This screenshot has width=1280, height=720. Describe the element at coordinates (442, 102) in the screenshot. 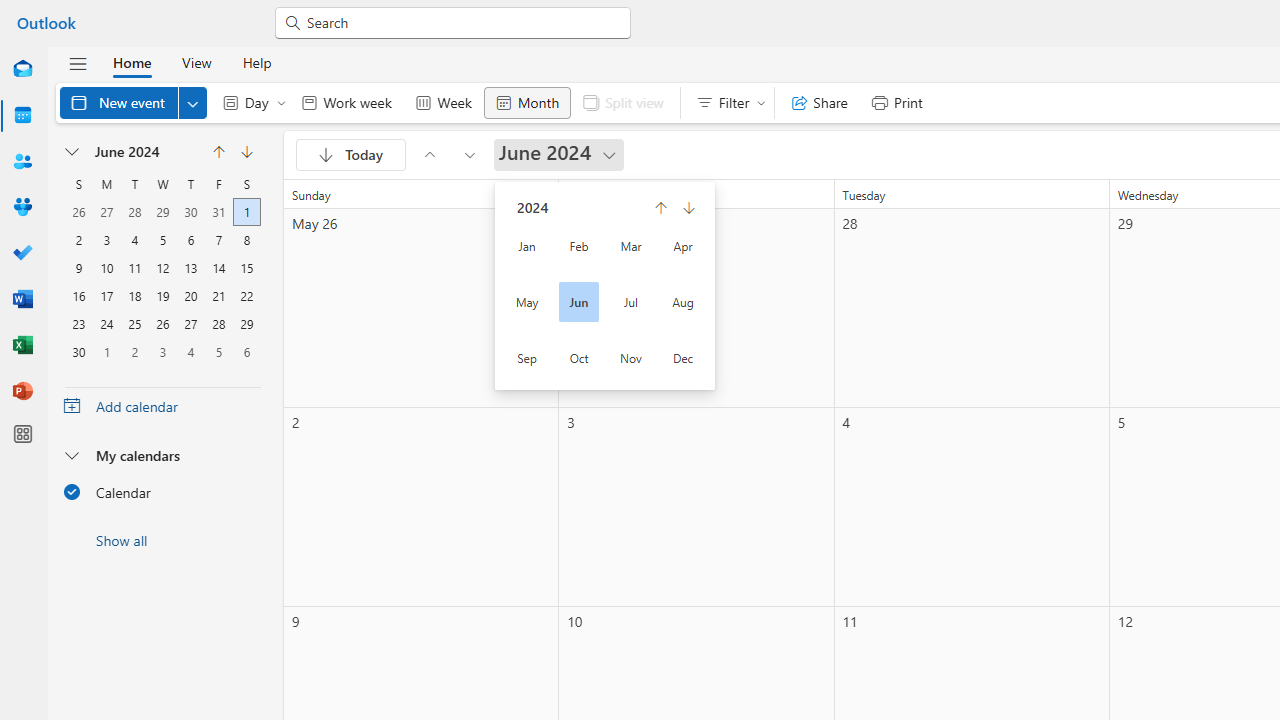

I see `'Week'` at that location.